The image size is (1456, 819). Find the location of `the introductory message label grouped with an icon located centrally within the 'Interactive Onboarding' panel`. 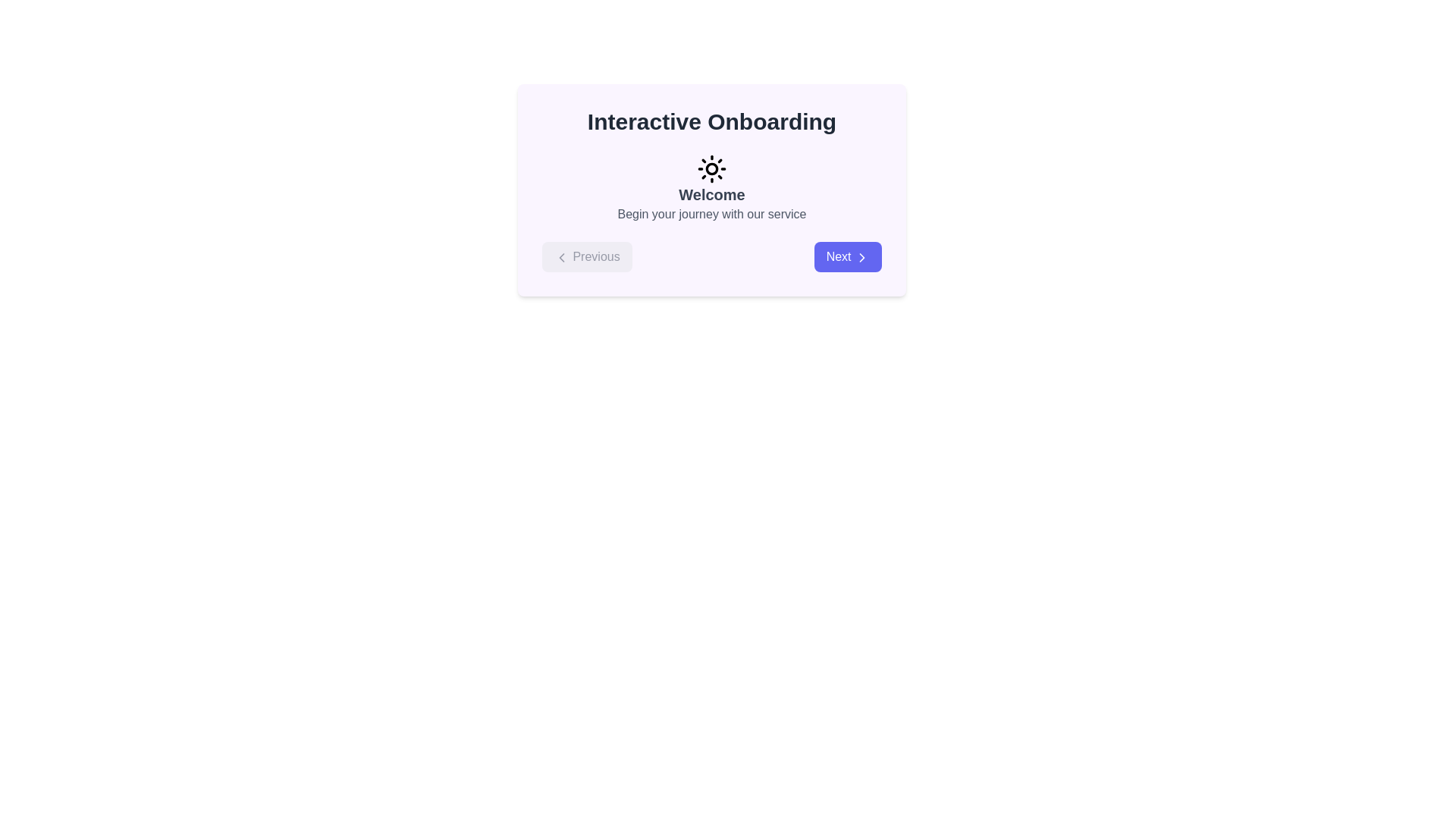

the introductory message label grouped with an icon located centrally within the 'Interactive Onboarding' panel is located at coordinates (711, 188).